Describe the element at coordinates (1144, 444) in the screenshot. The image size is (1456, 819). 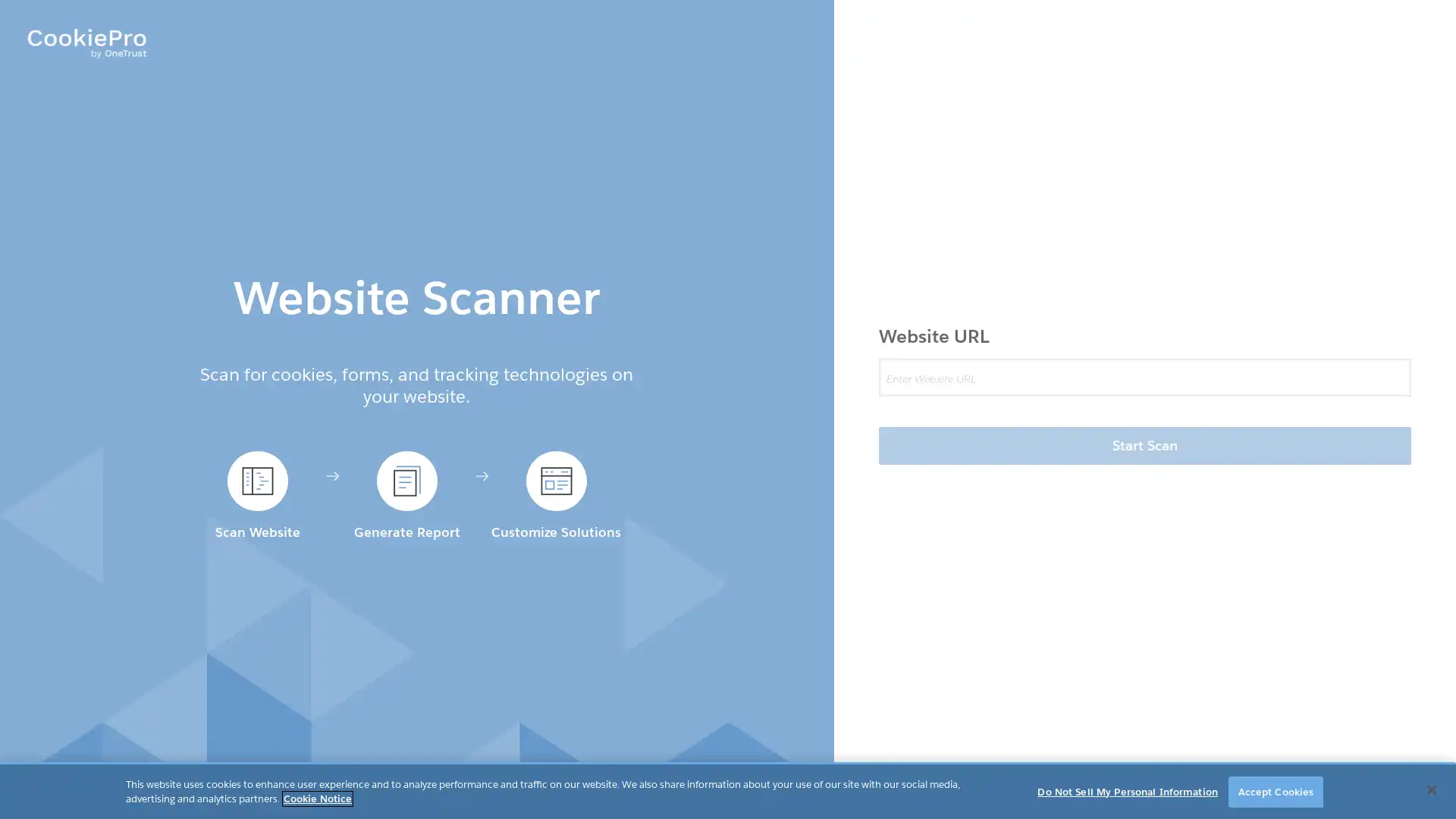
I see `Start Scan` at that location.